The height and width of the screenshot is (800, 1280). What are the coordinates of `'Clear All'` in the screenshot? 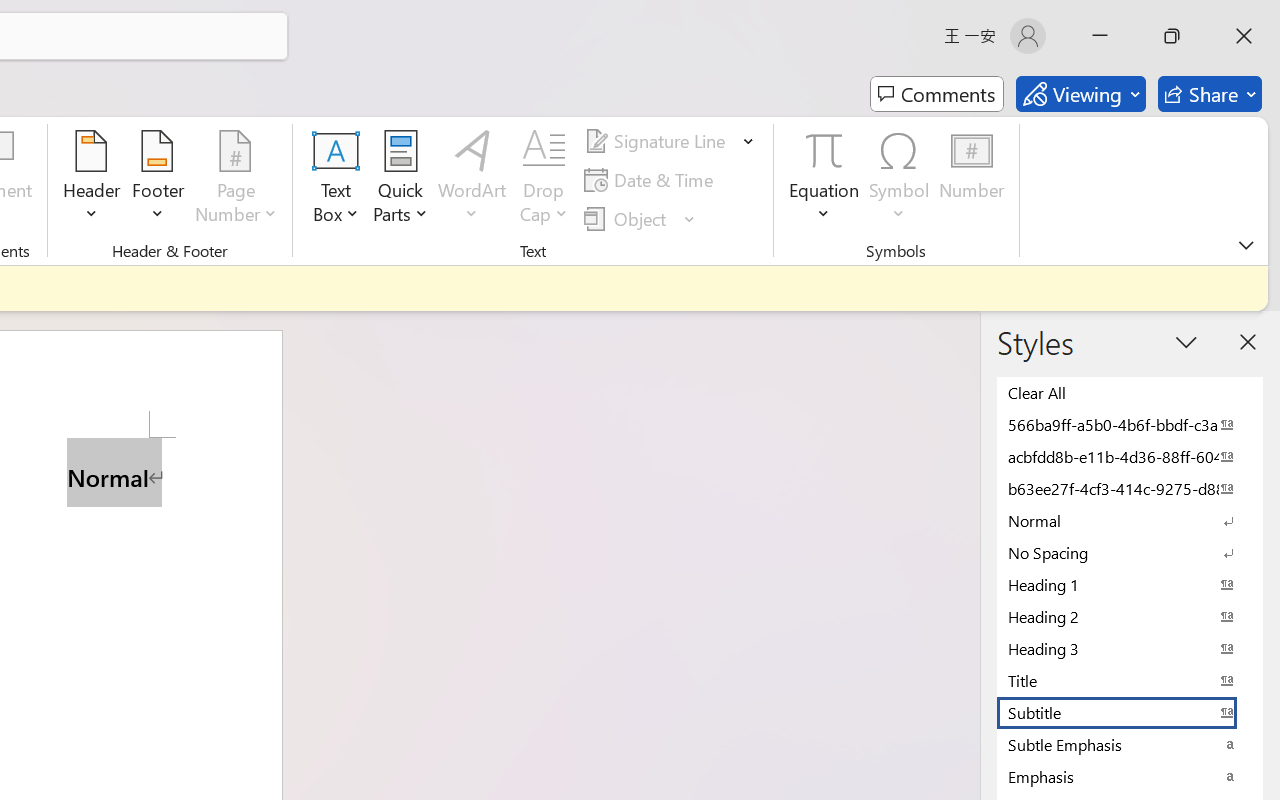 It's located at (1130, 391).